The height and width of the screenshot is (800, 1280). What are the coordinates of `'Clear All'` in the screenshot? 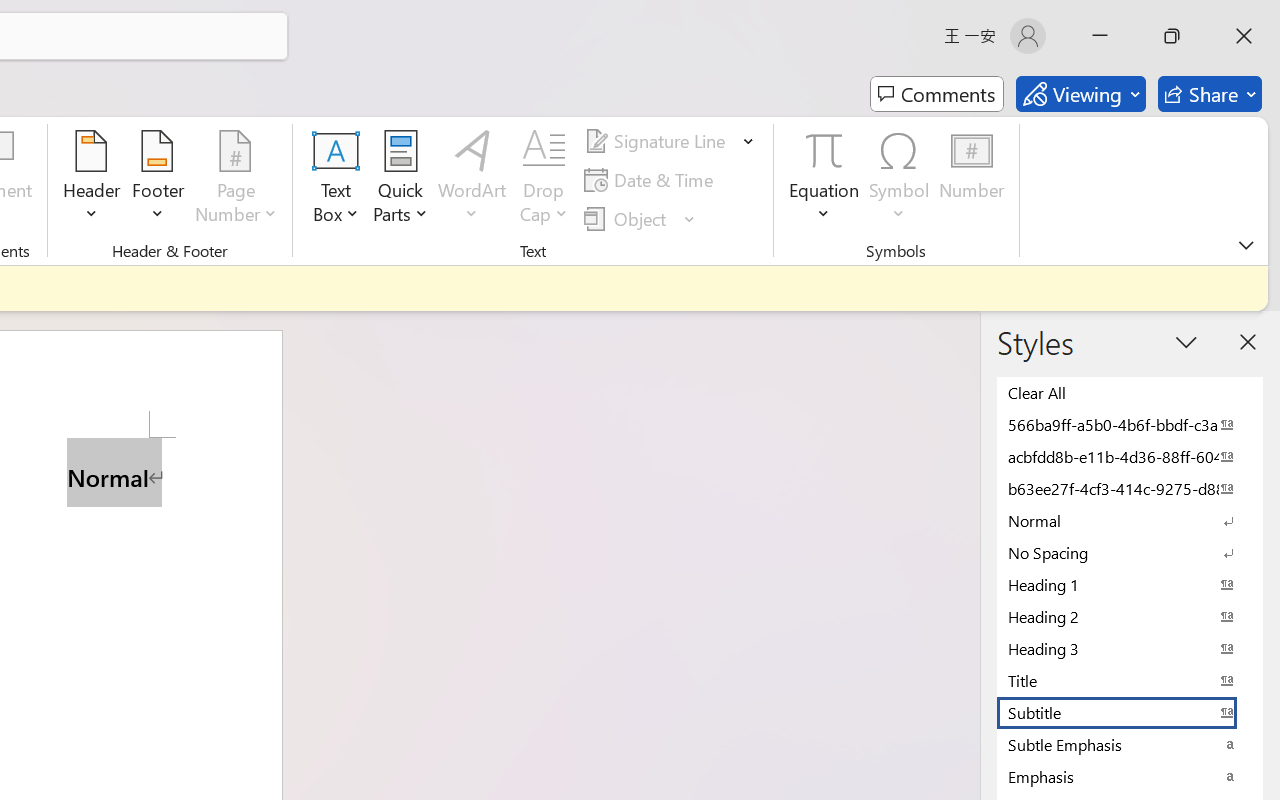 It's located at (1130, 391).